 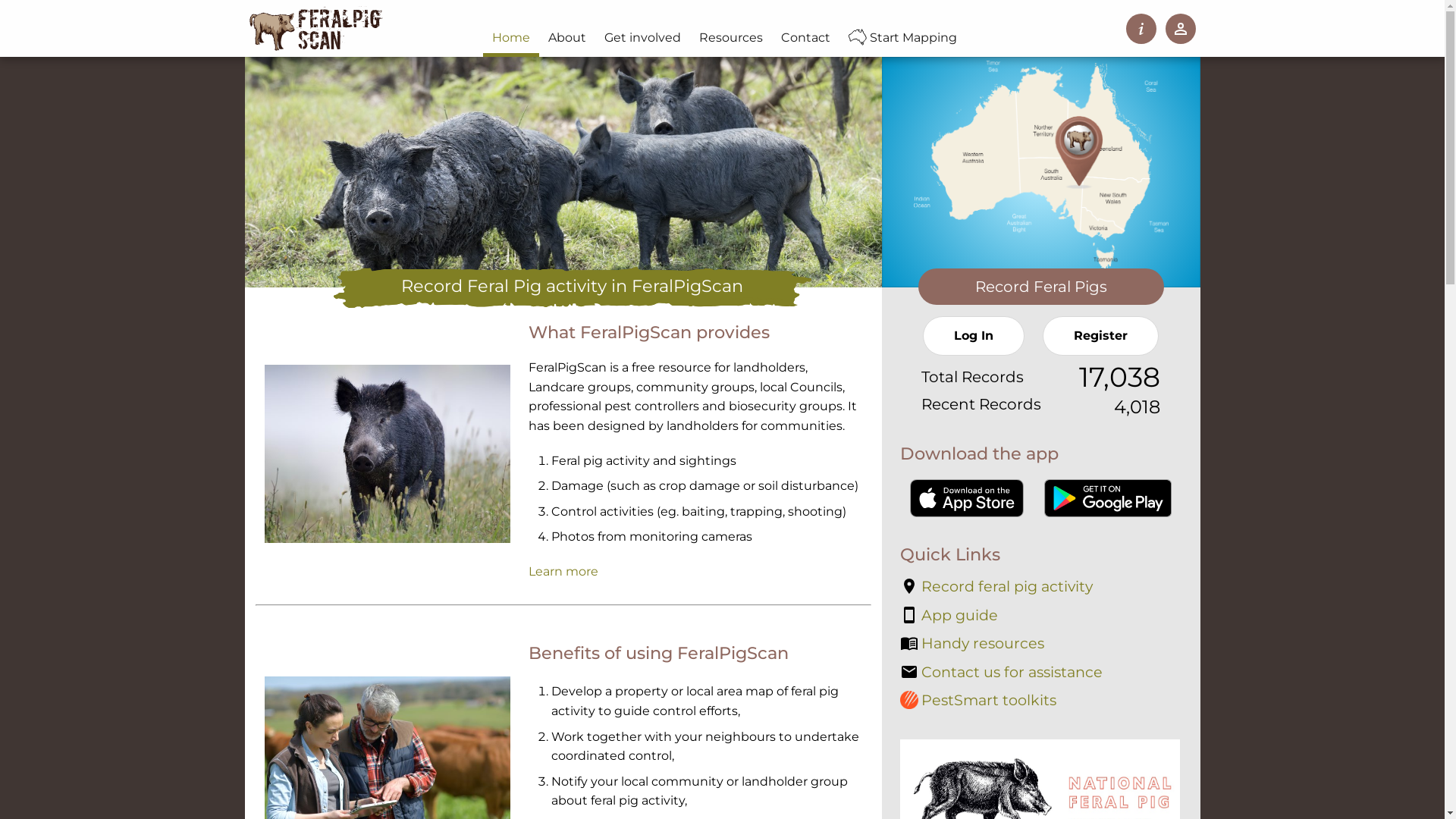 I want to click on 'PestSmart toolkits', so click(x=977, y=701).